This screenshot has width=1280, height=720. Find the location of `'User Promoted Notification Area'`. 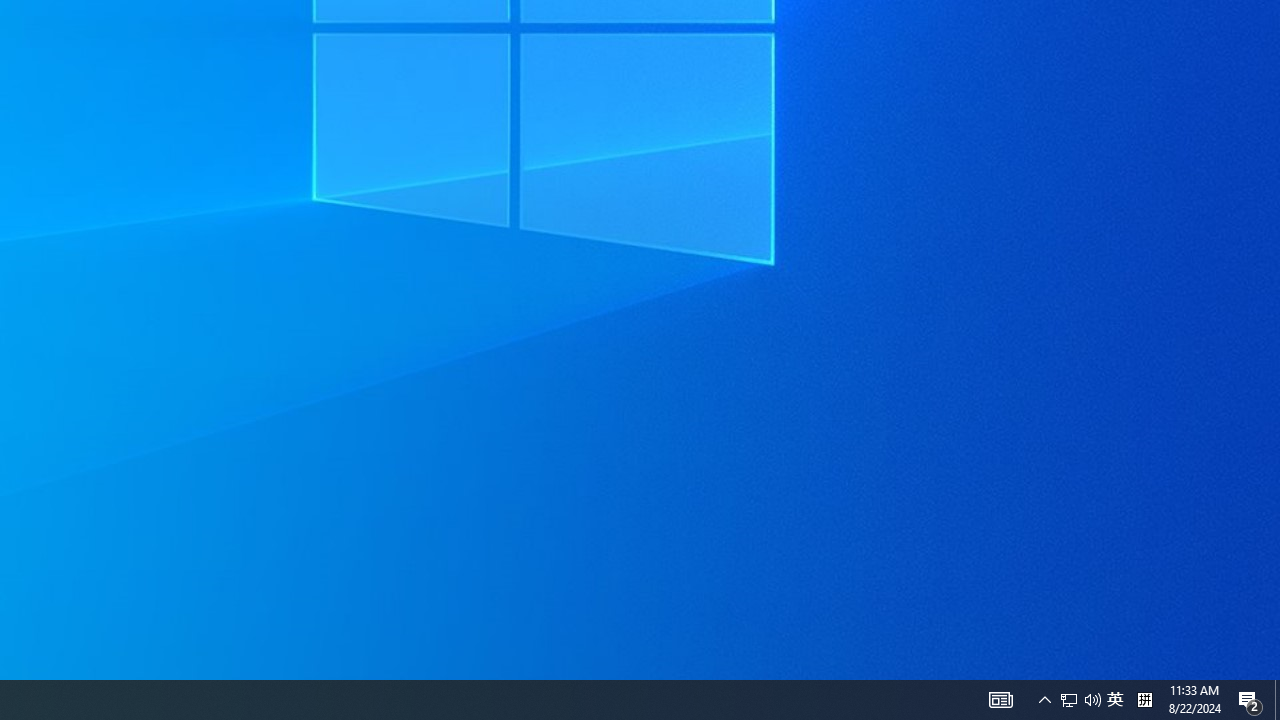

'User Promoted Notification Area' is located at coordinates (1092, 698).